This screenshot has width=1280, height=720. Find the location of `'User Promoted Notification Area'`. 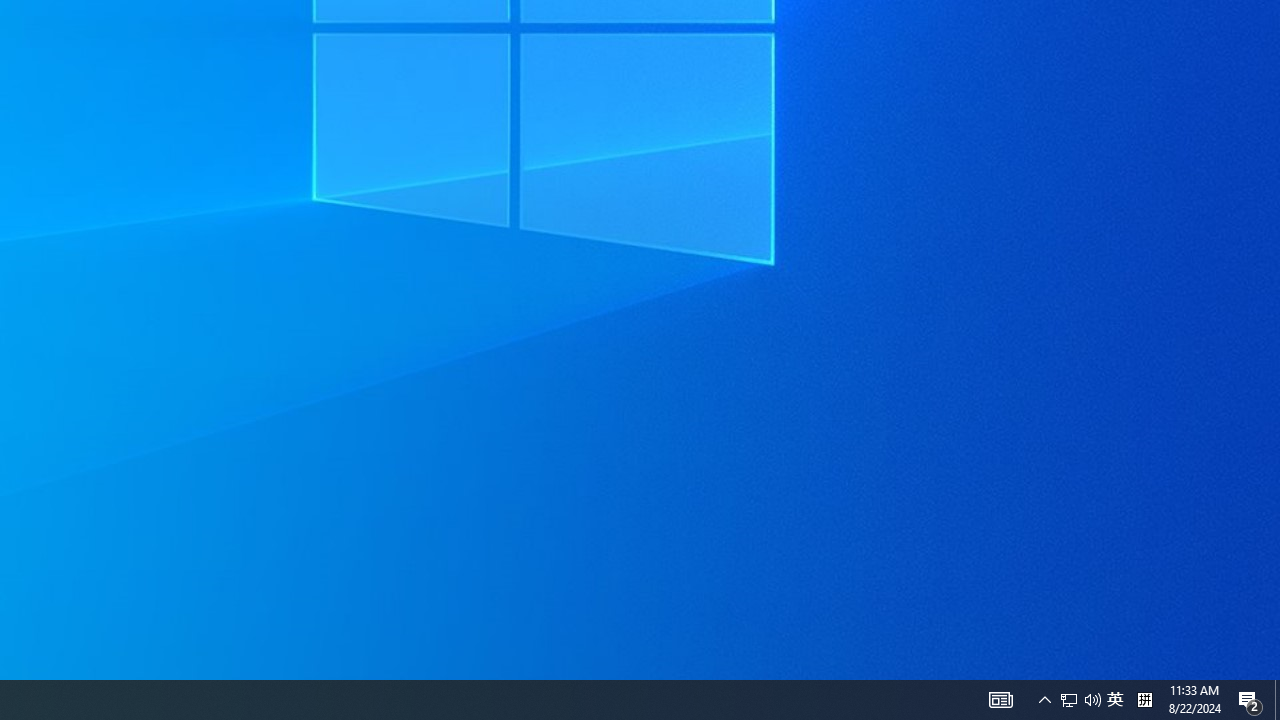

'User Promoted Notification Area' is located at coordinates (1092, 698).